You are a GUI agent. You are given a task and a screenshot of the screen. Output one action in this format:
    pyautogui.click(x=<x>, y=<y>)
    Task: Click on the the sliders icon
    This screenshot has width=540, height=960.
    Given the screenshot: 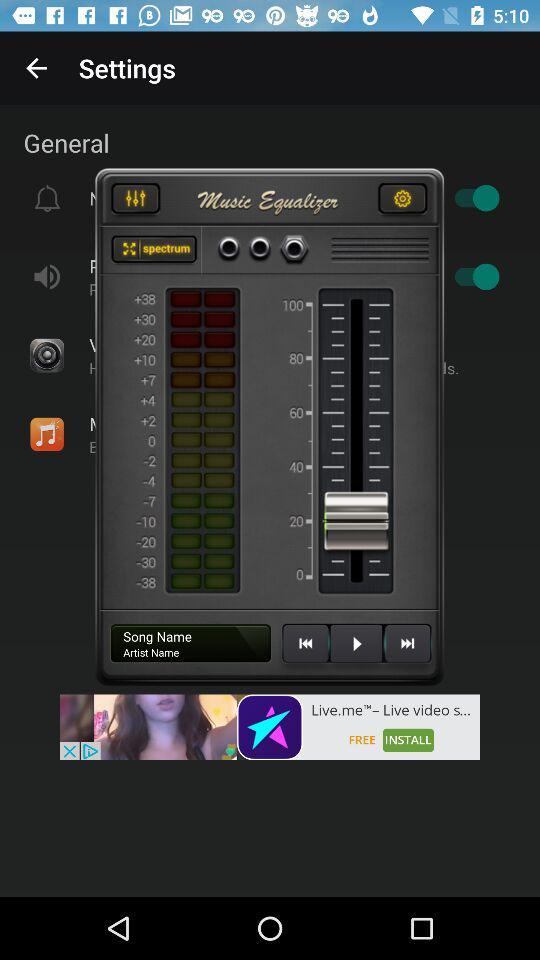 What is the action you would take?
    pyautogui.click(x=135, y=201)
    